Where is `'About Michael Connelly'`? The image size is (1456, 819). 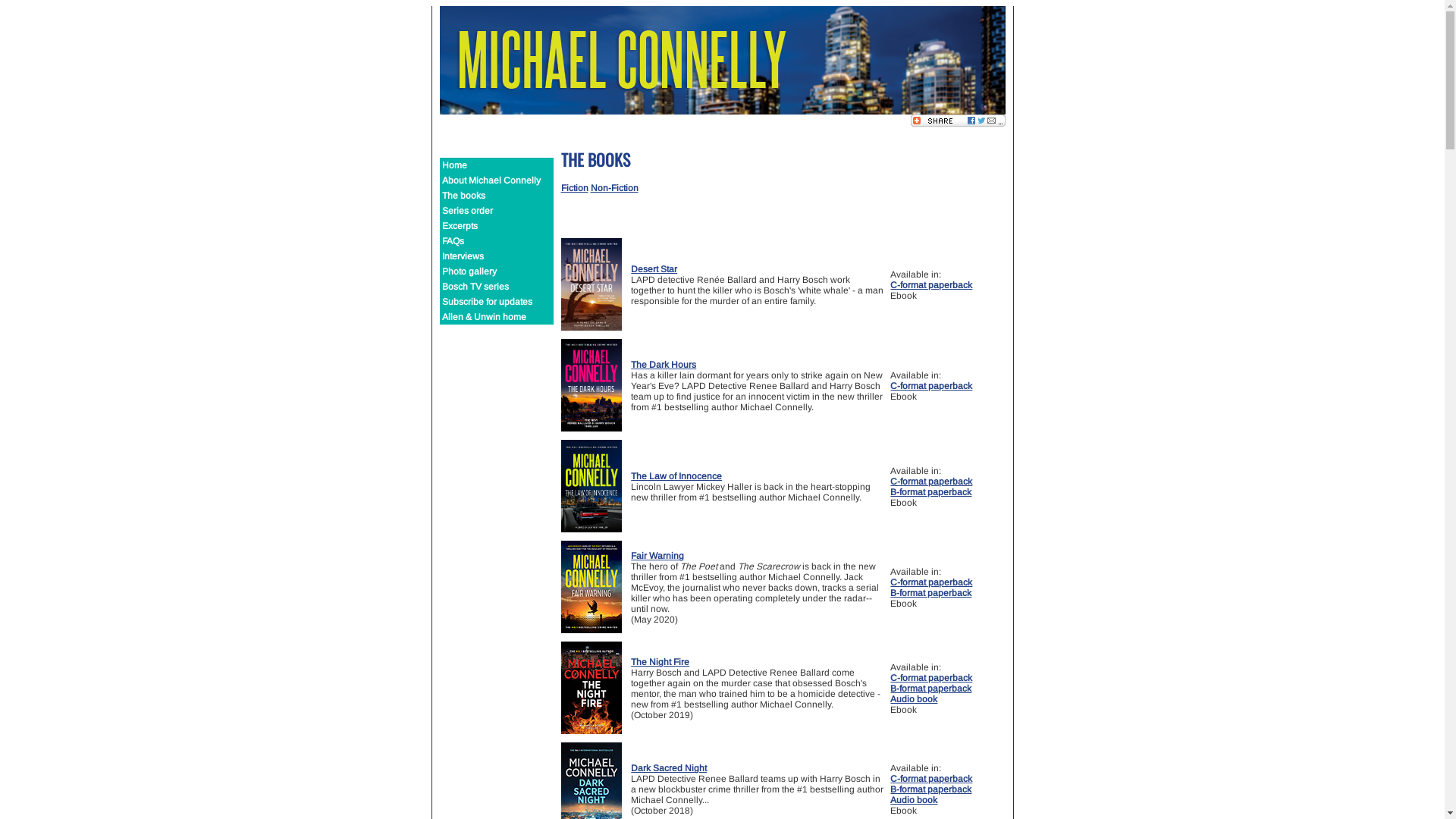 'About Michael Connelly' is located at coordinates (496, 180).